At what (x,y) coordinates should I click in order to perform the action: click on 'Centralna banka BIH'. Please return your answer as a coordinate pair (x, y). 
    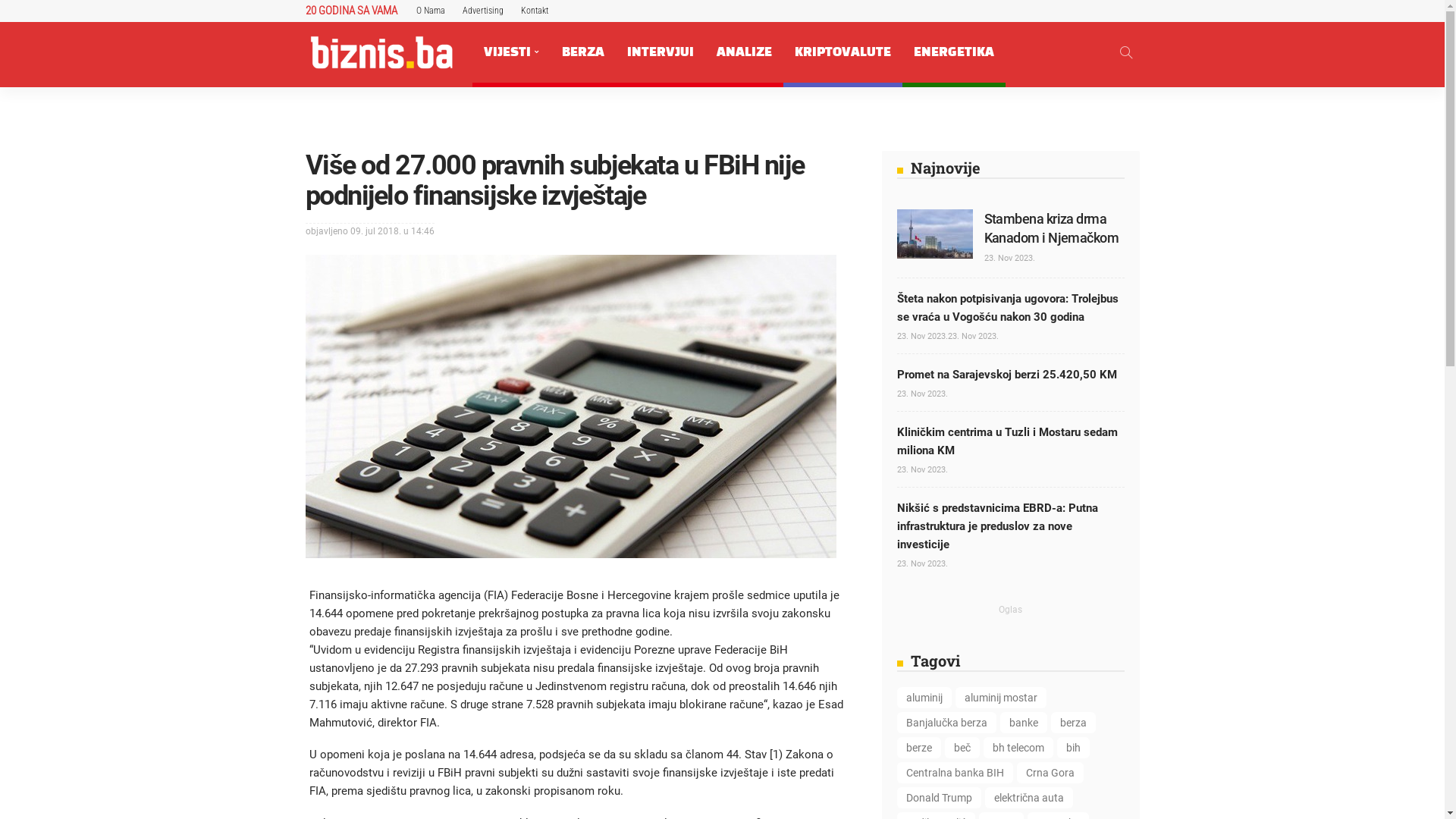
    Looking at the image, I should click on (953, 772).